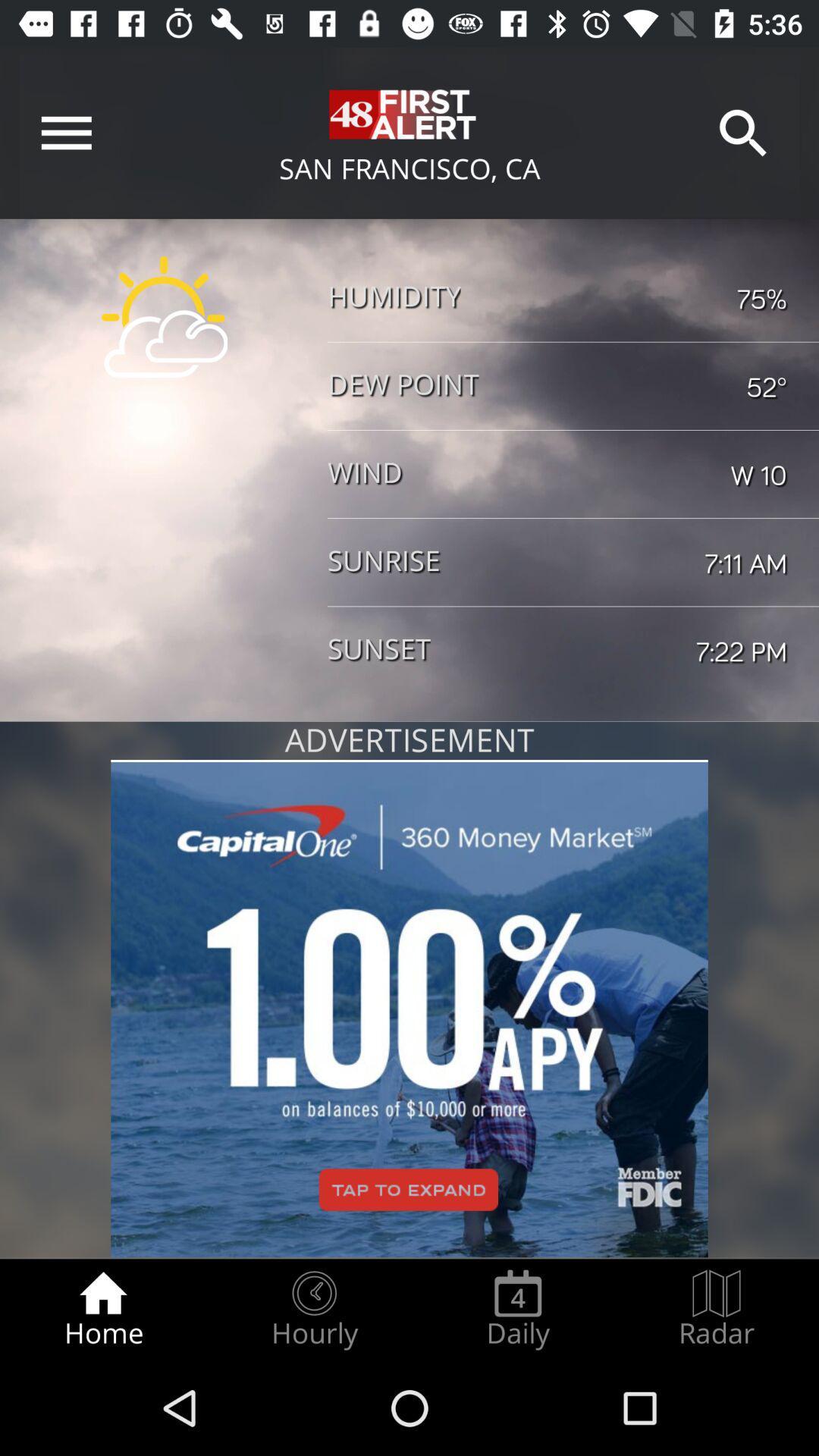 The image size is (819, 1456). I want to click on radio button at the bottom right corner, so click(717, 1309).